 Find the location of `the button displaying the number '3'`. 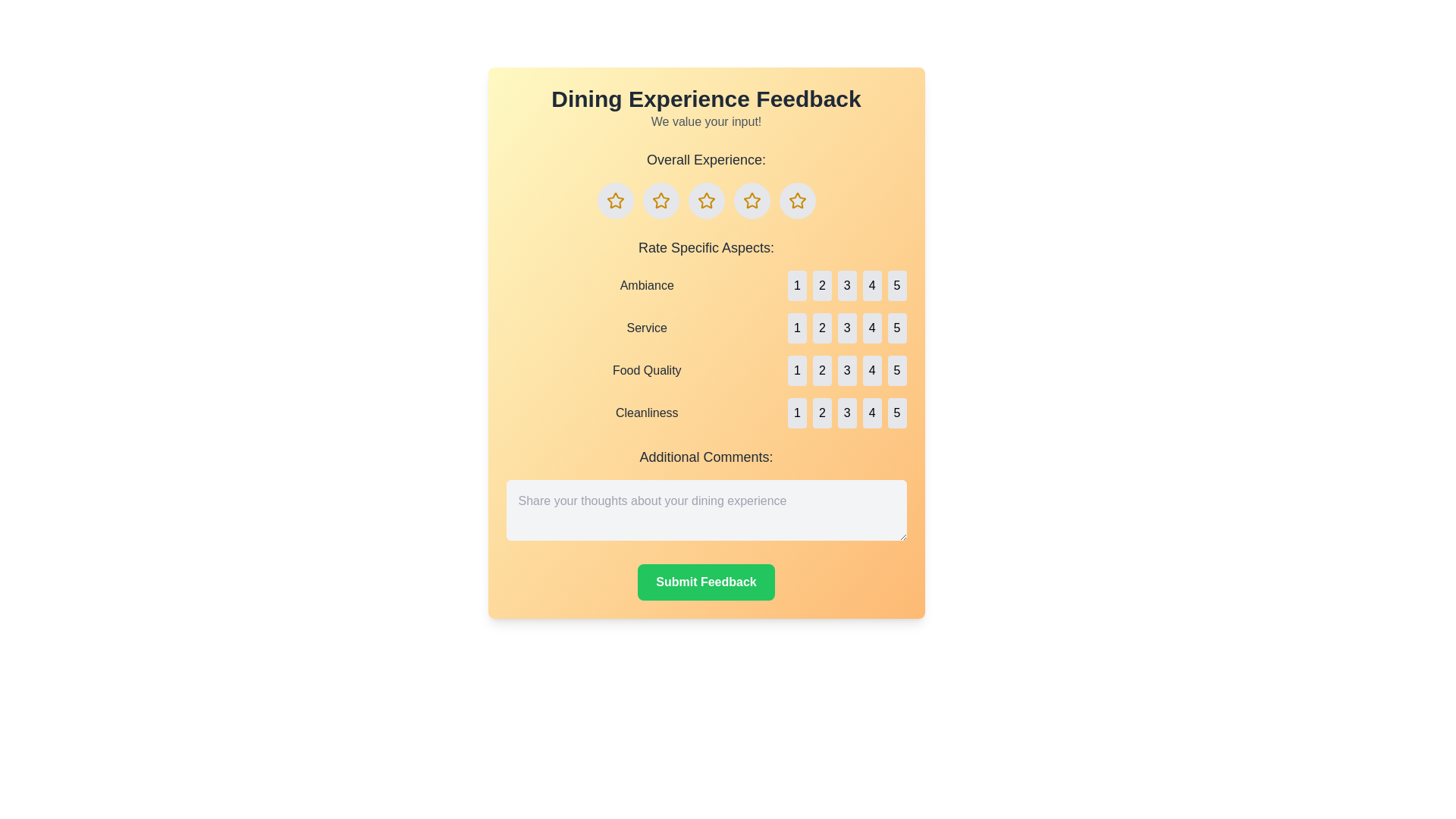

the button displaying the number '3' is located at coordinates (846, 327).